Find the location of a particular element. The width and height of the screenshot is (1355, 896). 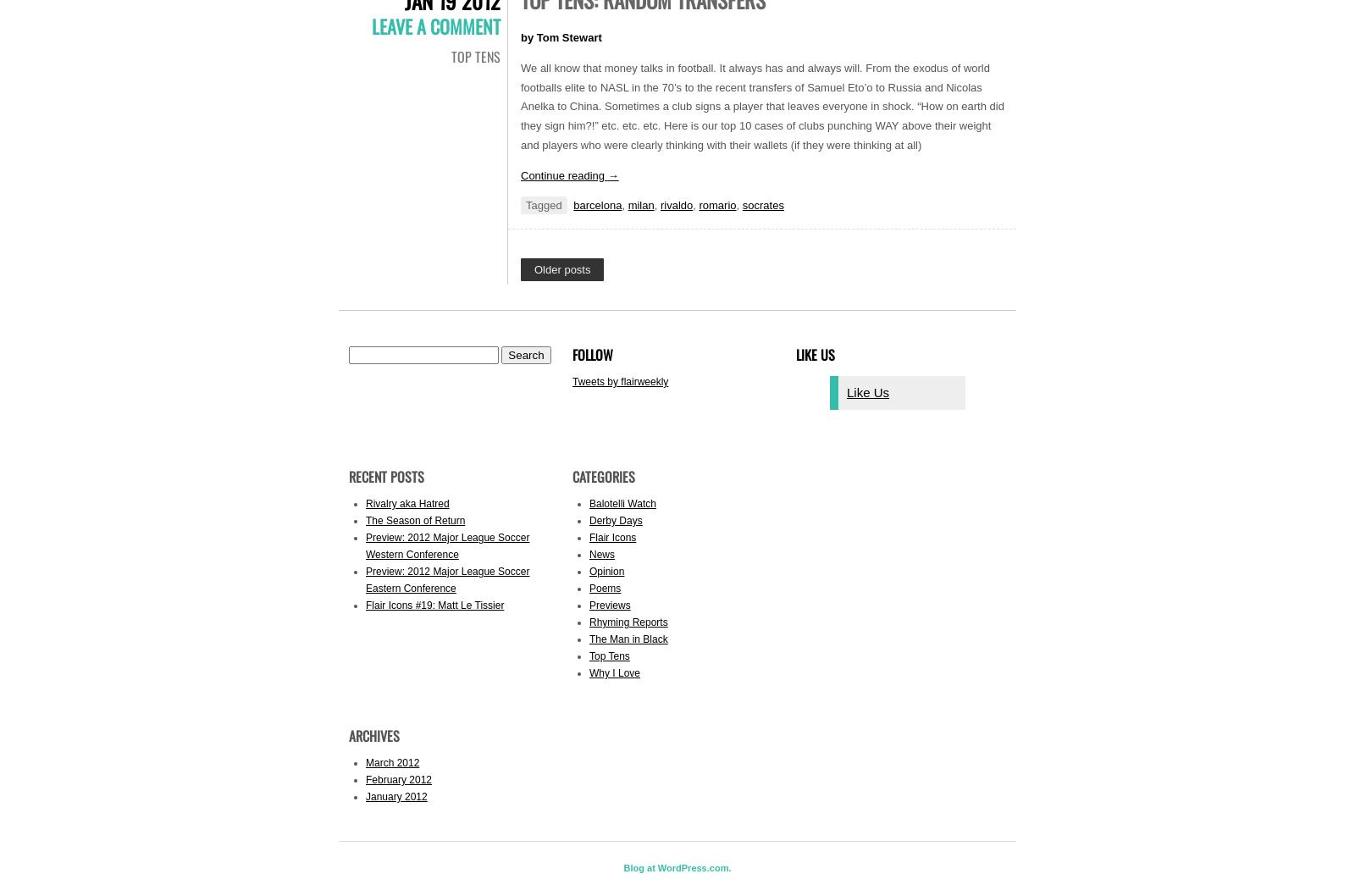

'milan' is located at coordinates (640, 205).